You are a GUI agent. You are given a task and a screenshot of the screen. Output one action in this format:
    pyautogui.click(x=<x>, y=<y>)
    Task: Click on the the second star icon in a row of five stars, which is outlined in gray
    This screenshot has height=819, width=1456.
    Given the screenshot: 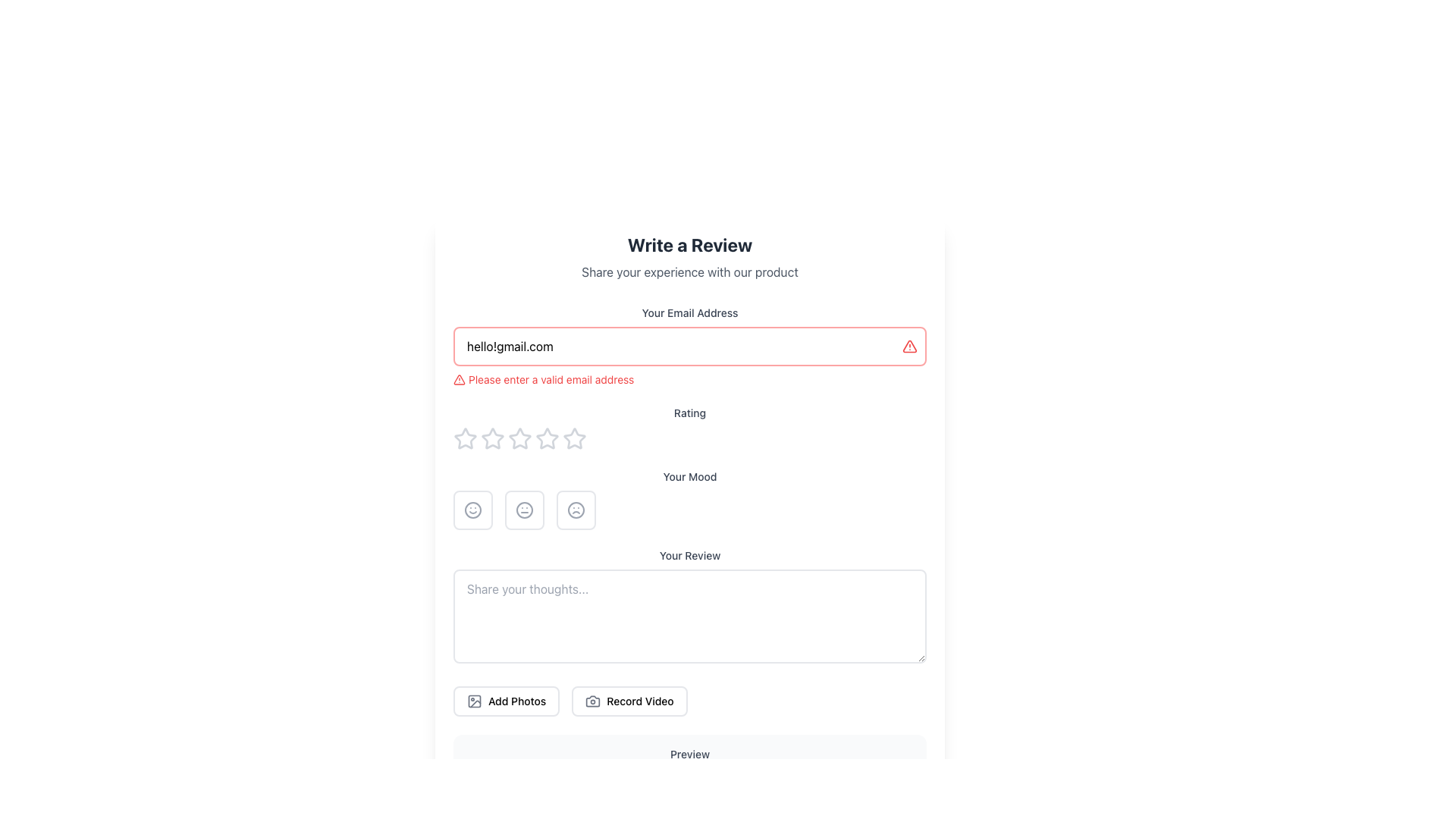 What is the action you would take?
    pyautogui.click(x=520, y=438)
    